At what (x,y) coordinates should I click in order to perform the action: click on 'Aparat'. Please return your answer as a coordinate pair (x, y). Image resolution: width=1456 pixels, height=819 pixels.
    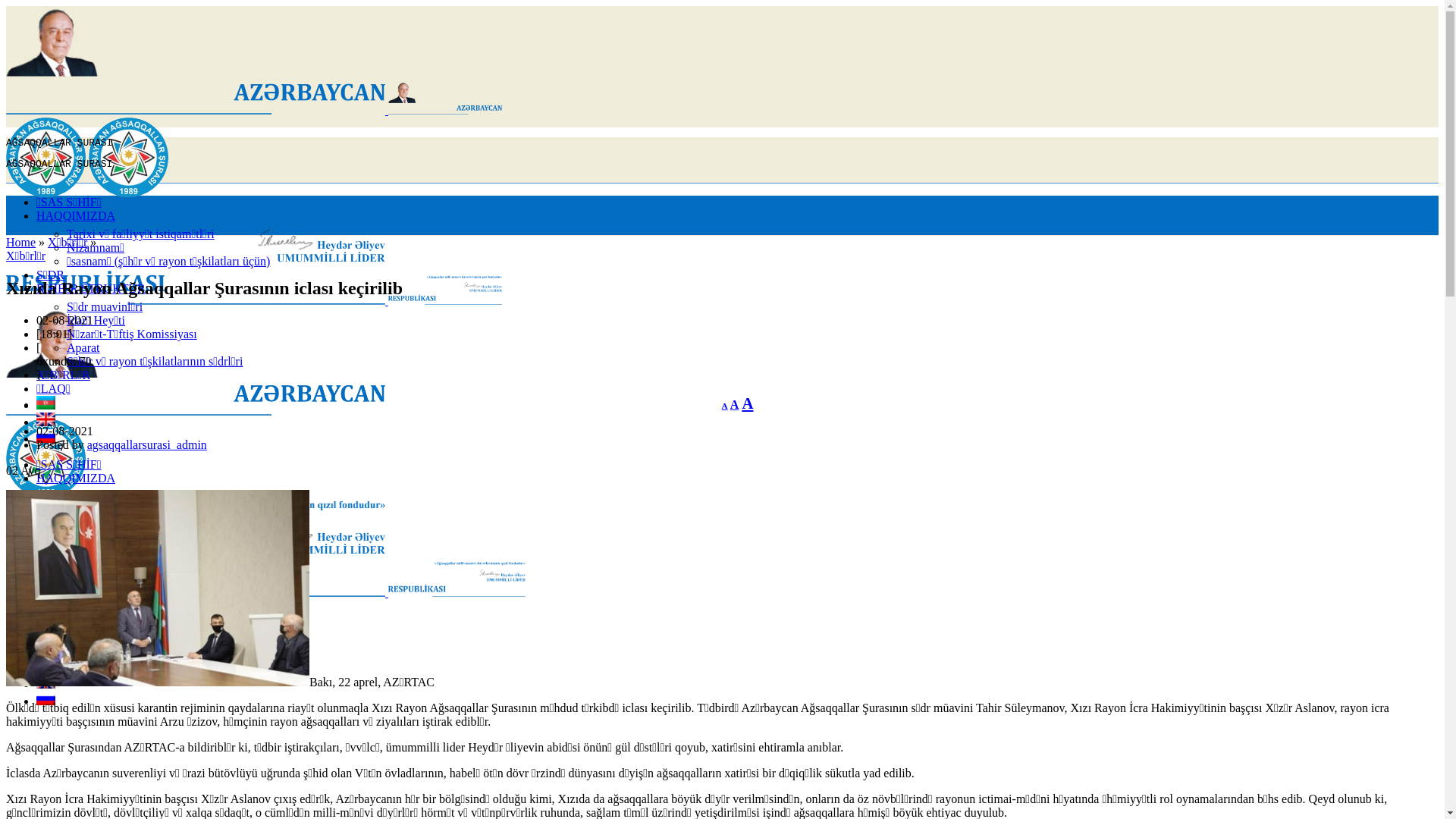
    Looking at the image, I should click on (65, 347).